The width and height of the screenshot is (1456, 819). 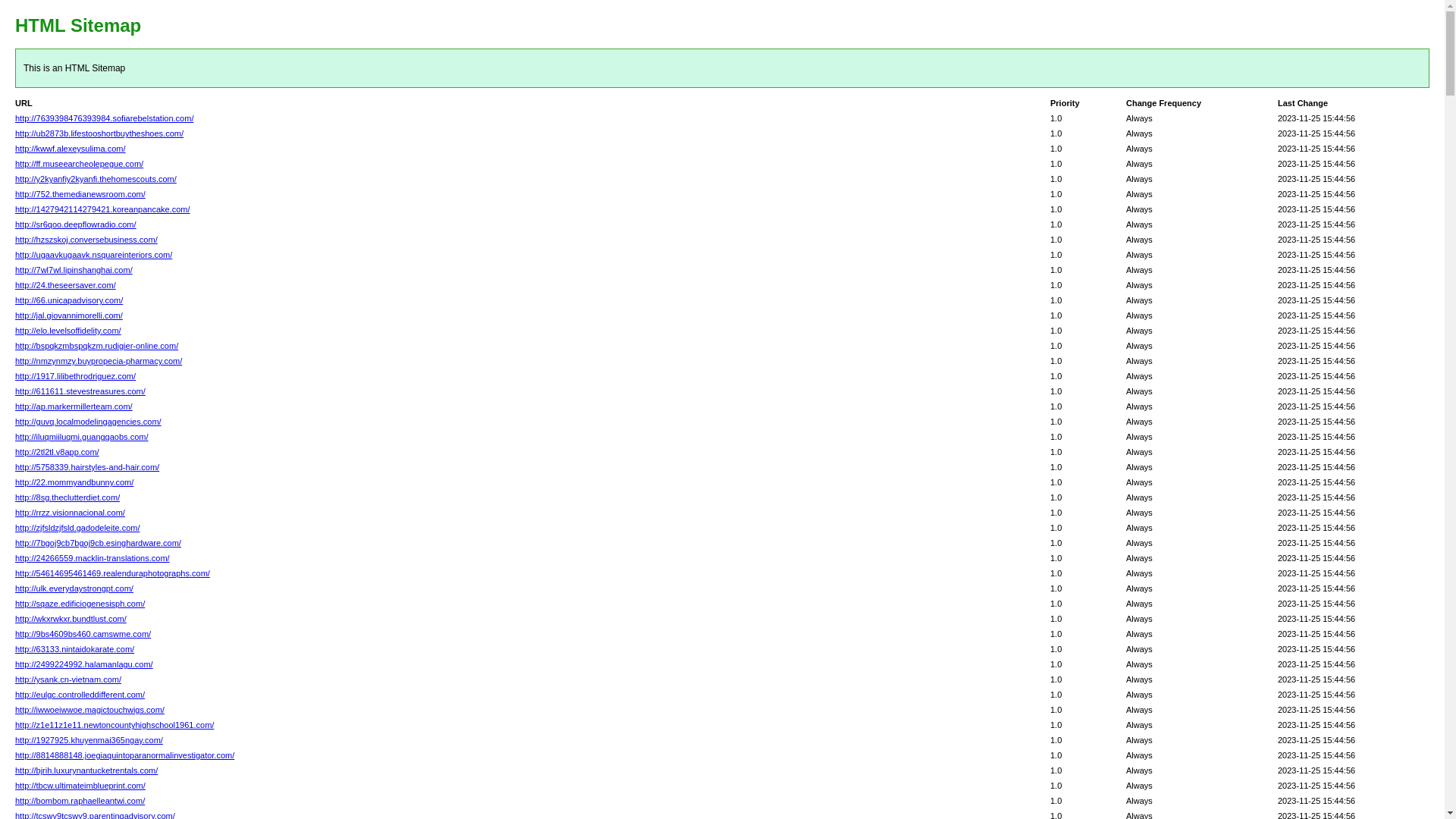 What do you see at coordinates (79, 391) in the screenshot?
I see `'http://611611.stevestreasures.com/'` at bounding box center [79, 391].